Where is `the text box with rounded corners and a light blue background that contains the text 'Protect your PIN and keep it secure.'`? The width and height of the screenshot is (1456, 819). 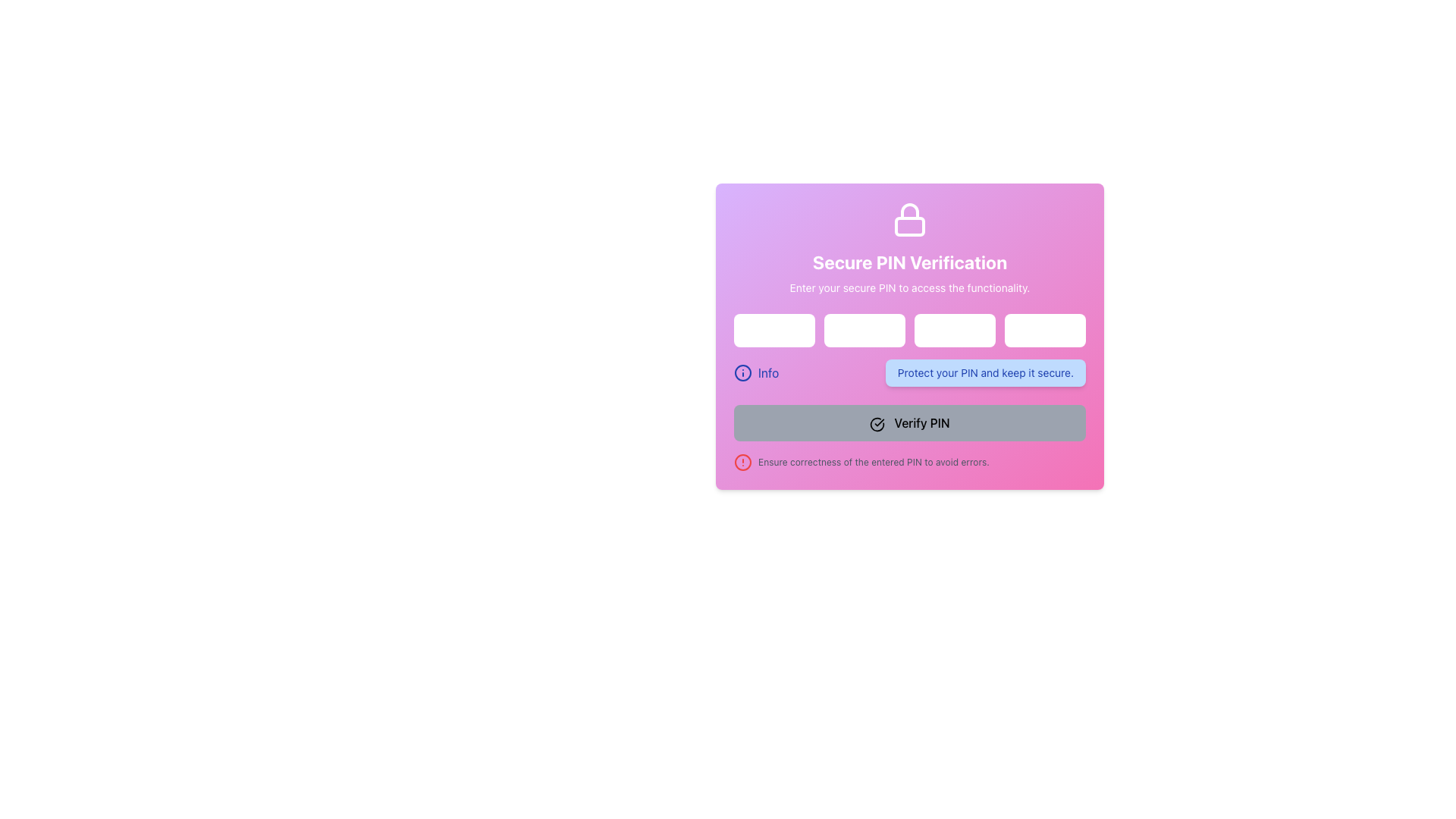
the text box with rounded corners and a light blue background that contains the text 'Protect your PIN and keep it secure.' is located at coordinates (986, 373).